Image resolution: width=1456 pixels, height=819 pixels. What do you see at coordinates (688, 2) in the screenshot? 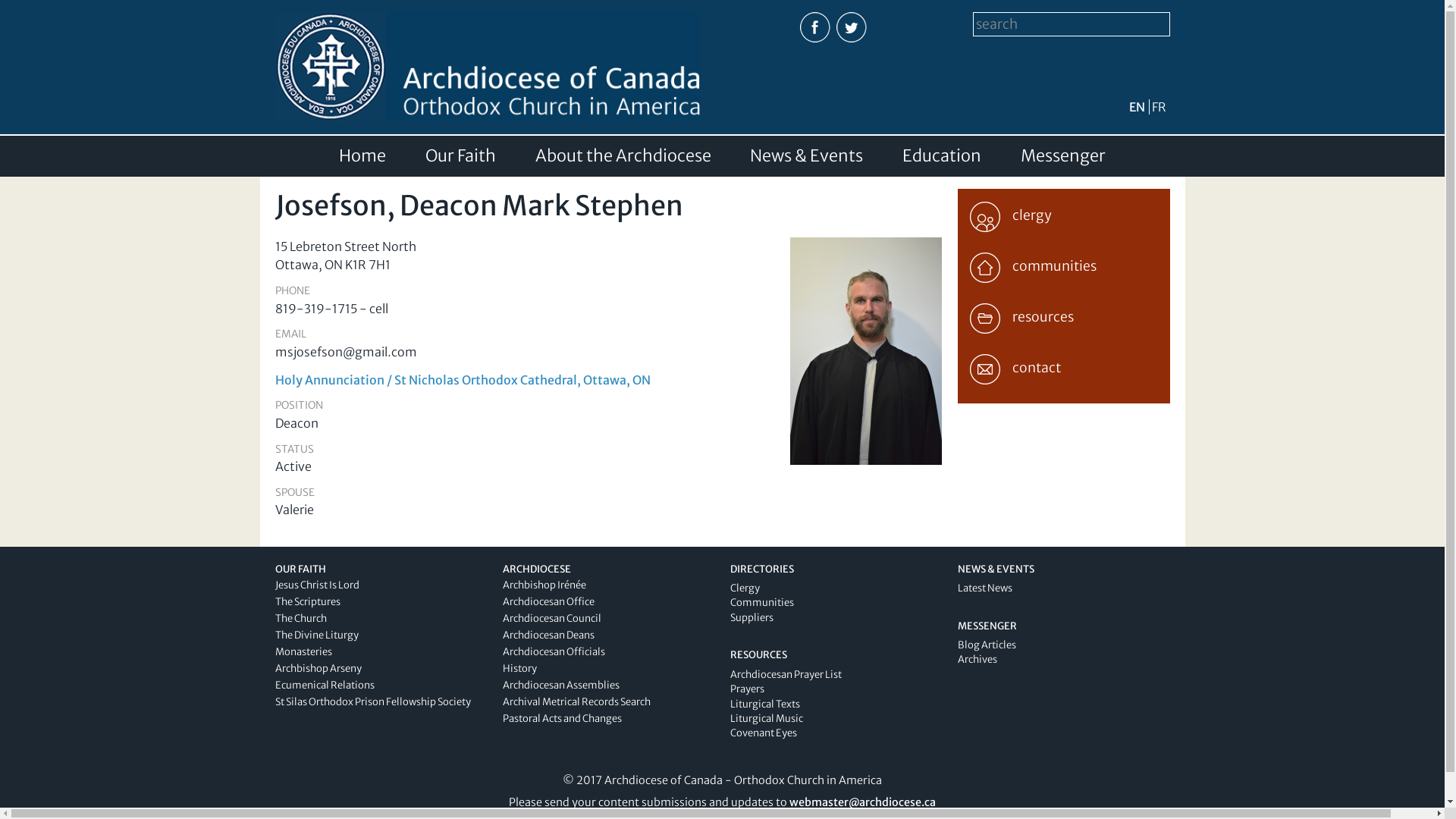
I see `'Skip to main content'` at bounding box center [688, 2].